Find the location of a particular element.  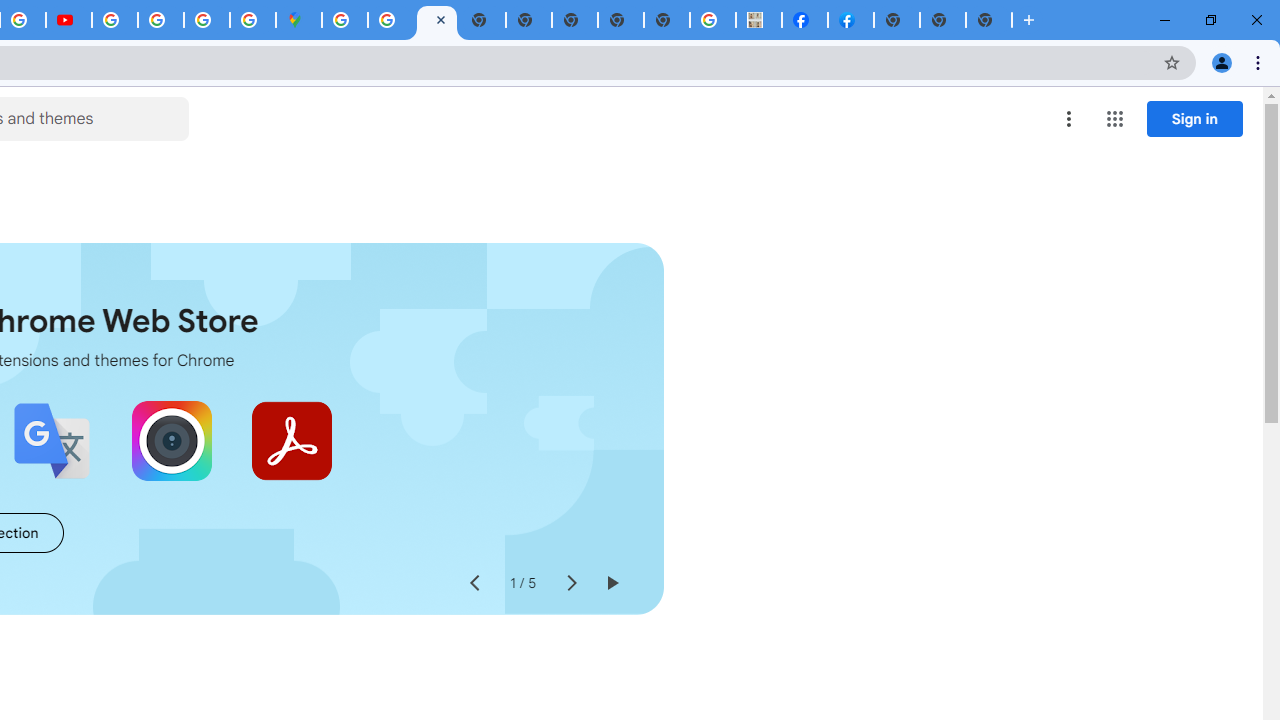

'Sign Up for Facebook' is located at coordinates (851, 20).